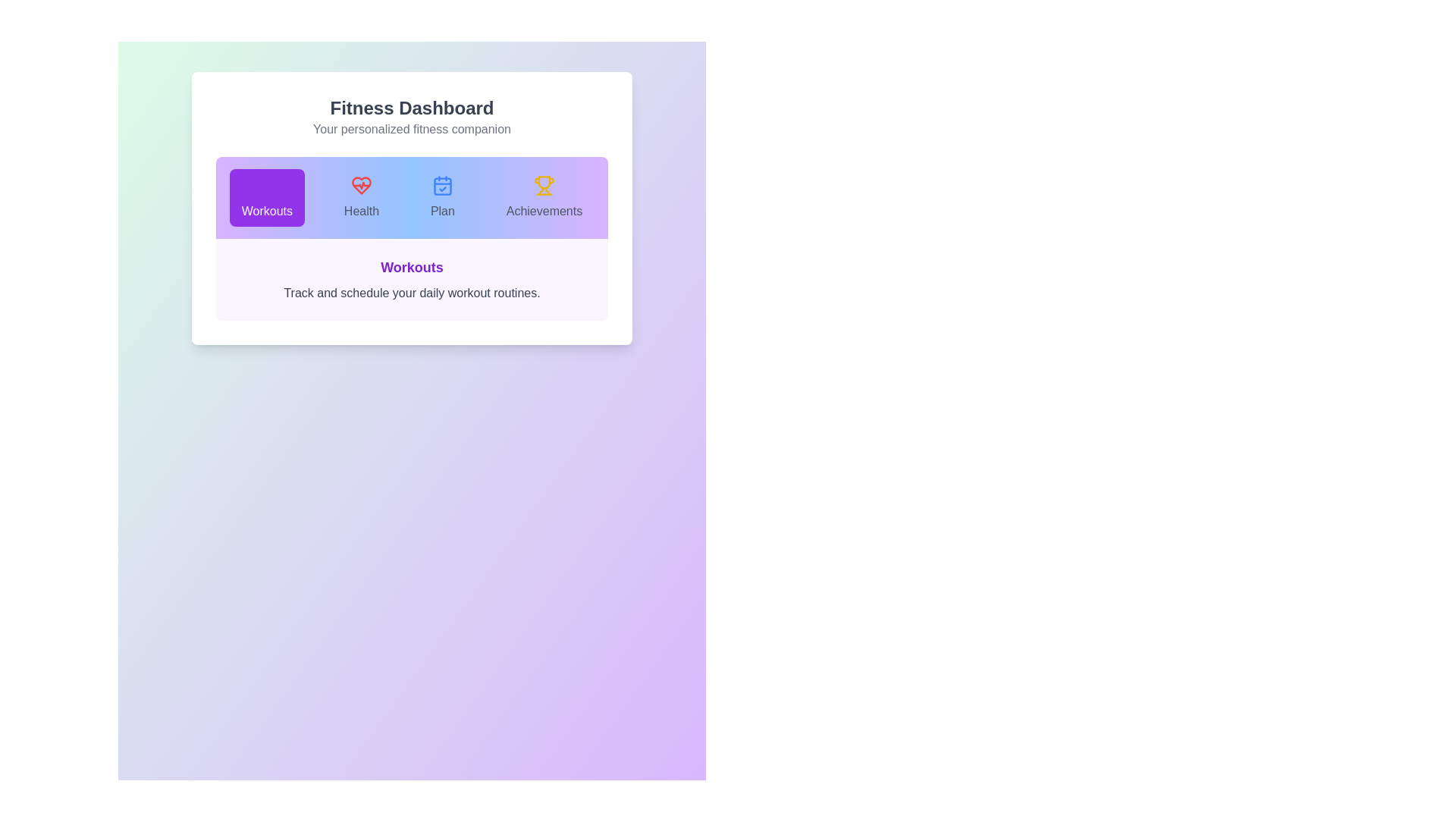 The height and width of the screenshot is (819, 1456). Describe the element at coordinates (544, 197) in the screenshot. I see `the tab icon corresponding to Achievements` at that location.